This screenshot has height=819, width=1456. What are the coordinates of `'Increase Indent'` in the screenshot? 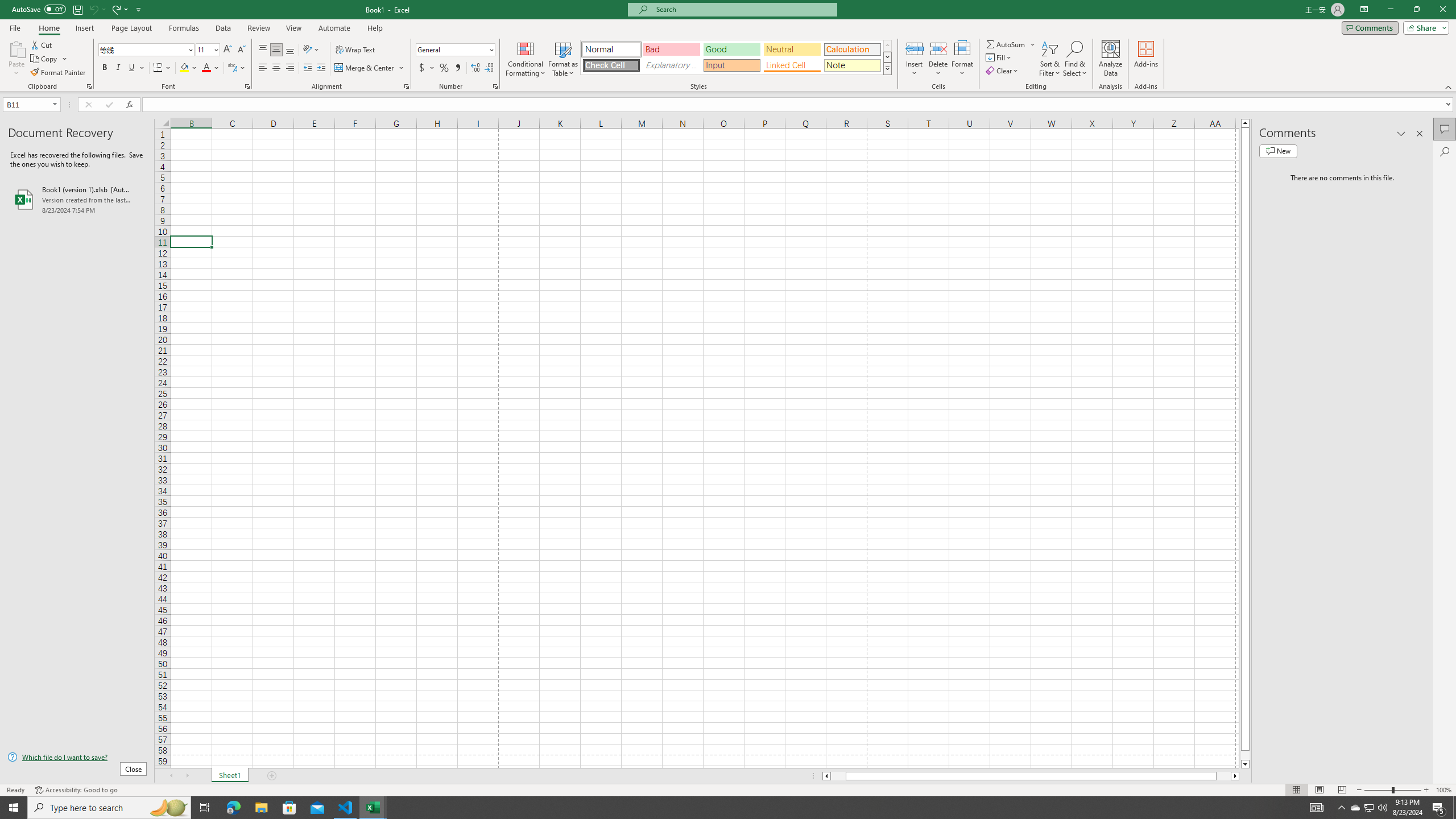 It's located at (320, 67).